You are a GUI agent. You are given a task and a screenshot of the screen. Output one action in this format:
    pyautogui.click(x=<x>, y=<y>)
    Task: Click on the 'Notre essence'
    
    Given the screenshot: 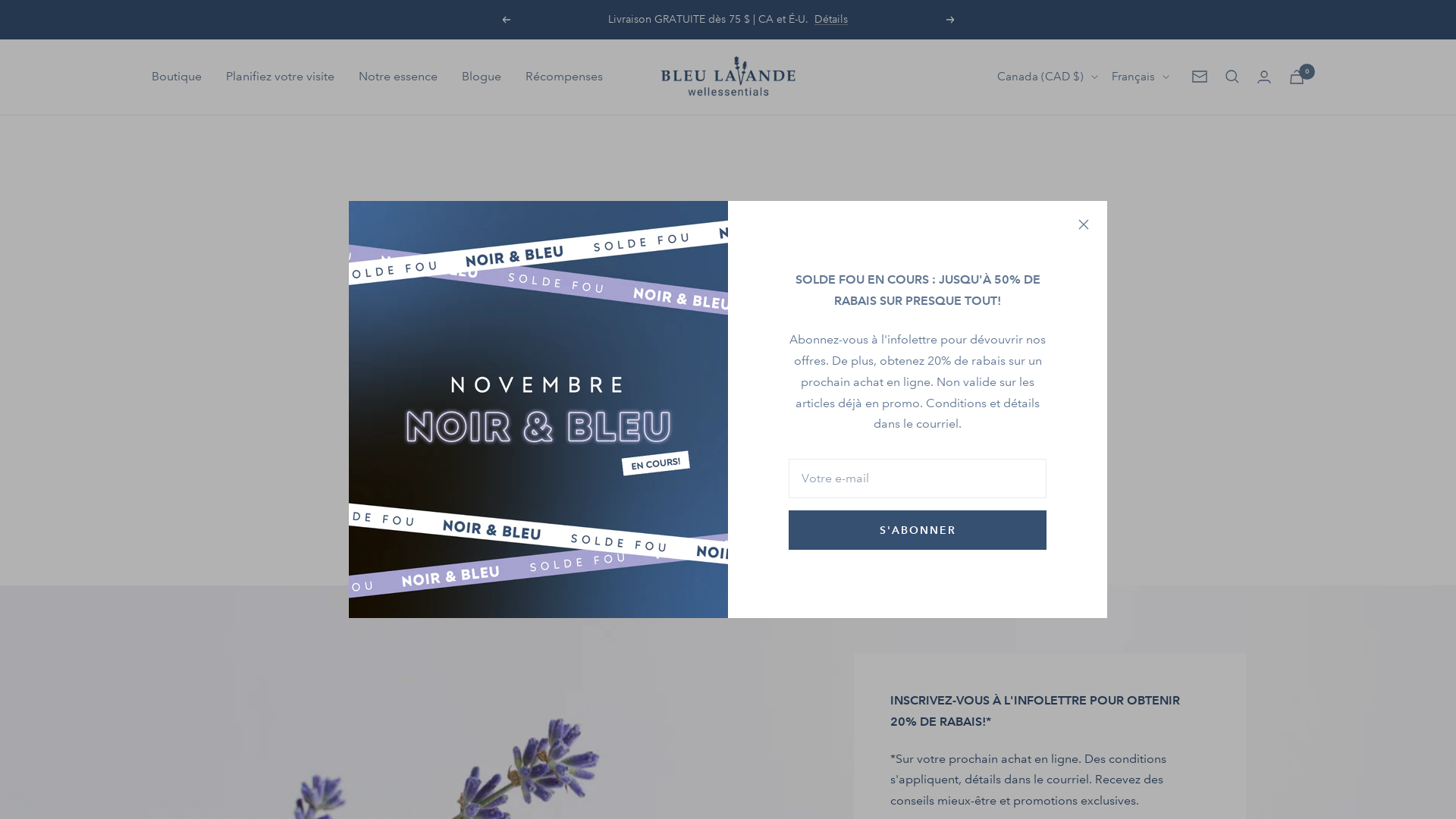 What is the action you would take?
    pyautogui.click(x=397, y=76)
    